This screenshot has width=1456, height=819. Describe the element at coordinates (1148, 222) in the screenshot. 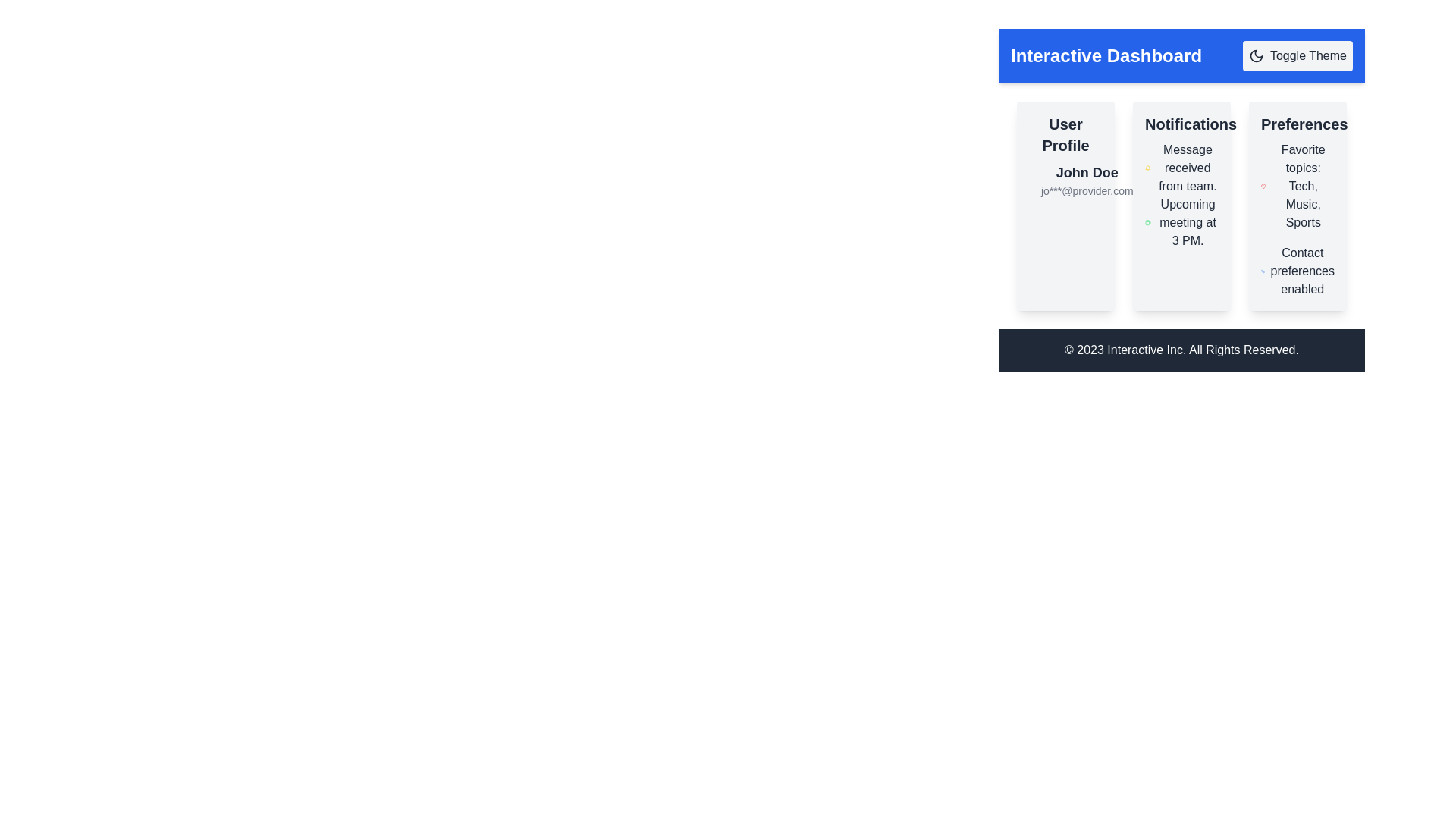

I see `the coffee cup icon outlined in green located in the Notifications panel next to the text 'Upcoming meeting at 3 PM.'` at that location.